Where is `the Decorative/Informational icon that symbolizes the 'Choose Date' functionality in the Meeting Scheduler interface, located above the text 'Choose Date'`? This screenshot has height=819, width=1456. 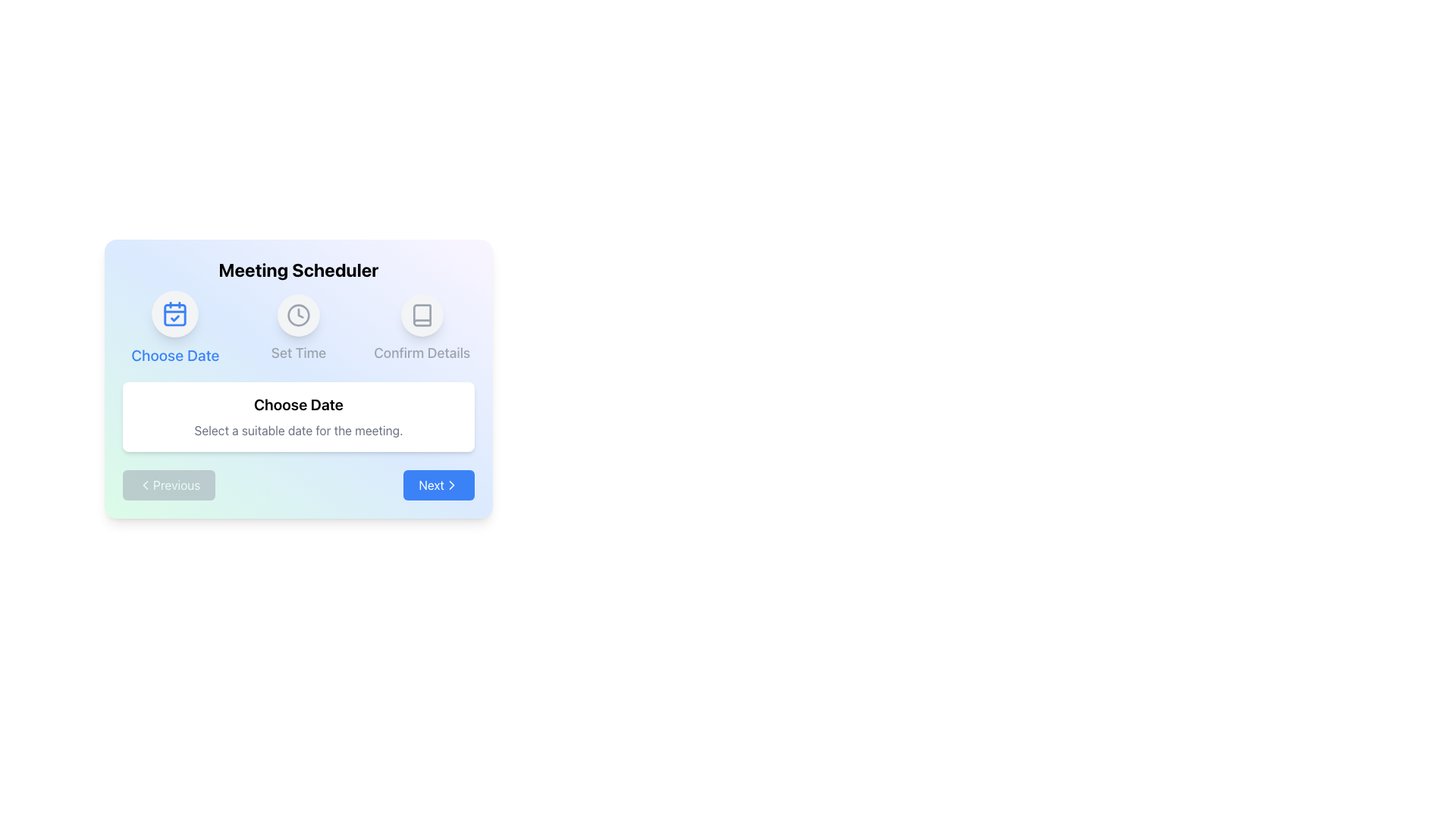 the Decorative/Informational icon that symbolizes the 'Choose Date' functionality in the Meeting Scheduler interface, located above the text 'Choose Date' is located at coordinates (175, 313).